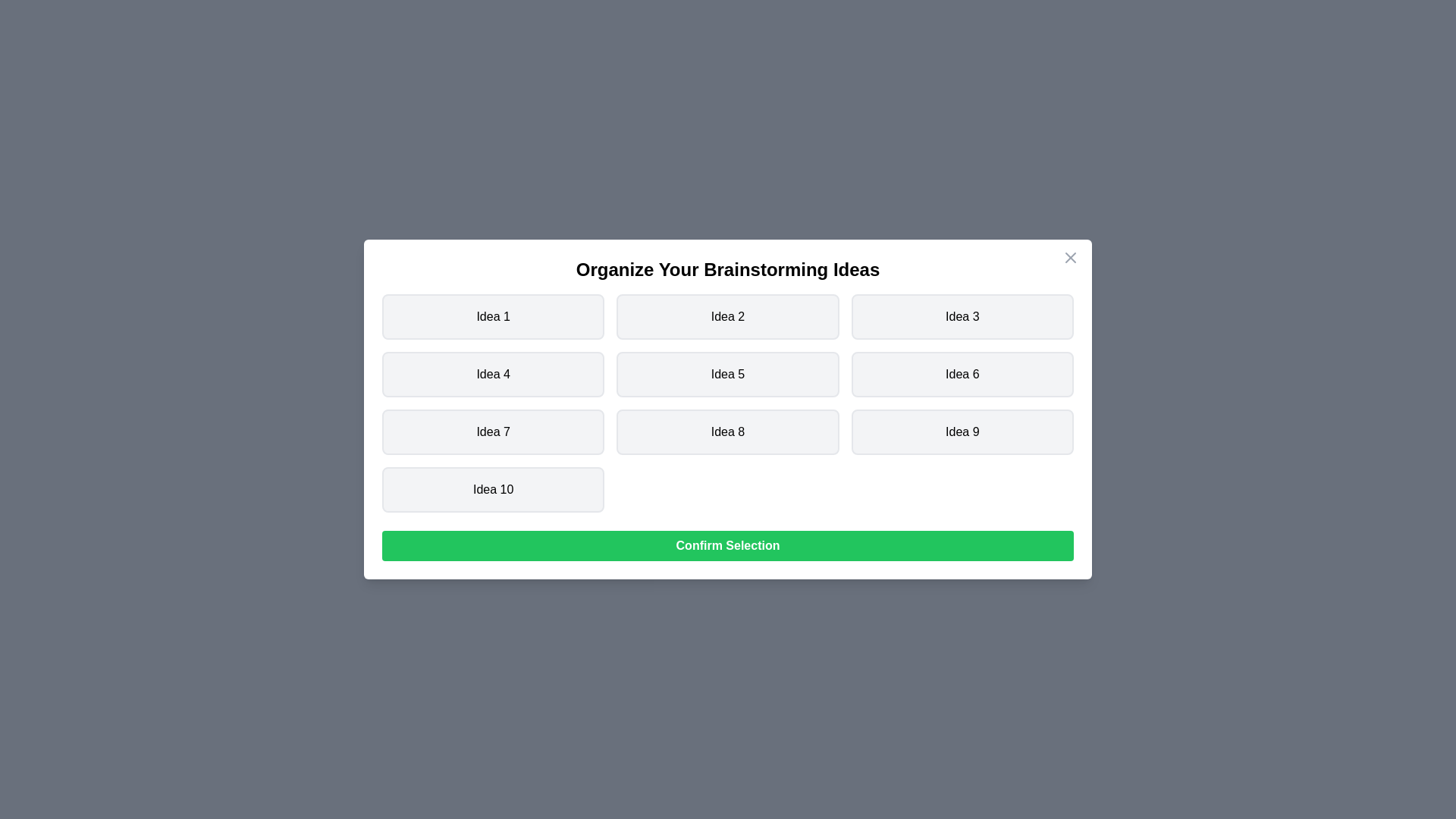 Image resolution: width=1456 pixels, height=819 pixels. I want to click on the close icon to close the dialog, so click(1069, 256).